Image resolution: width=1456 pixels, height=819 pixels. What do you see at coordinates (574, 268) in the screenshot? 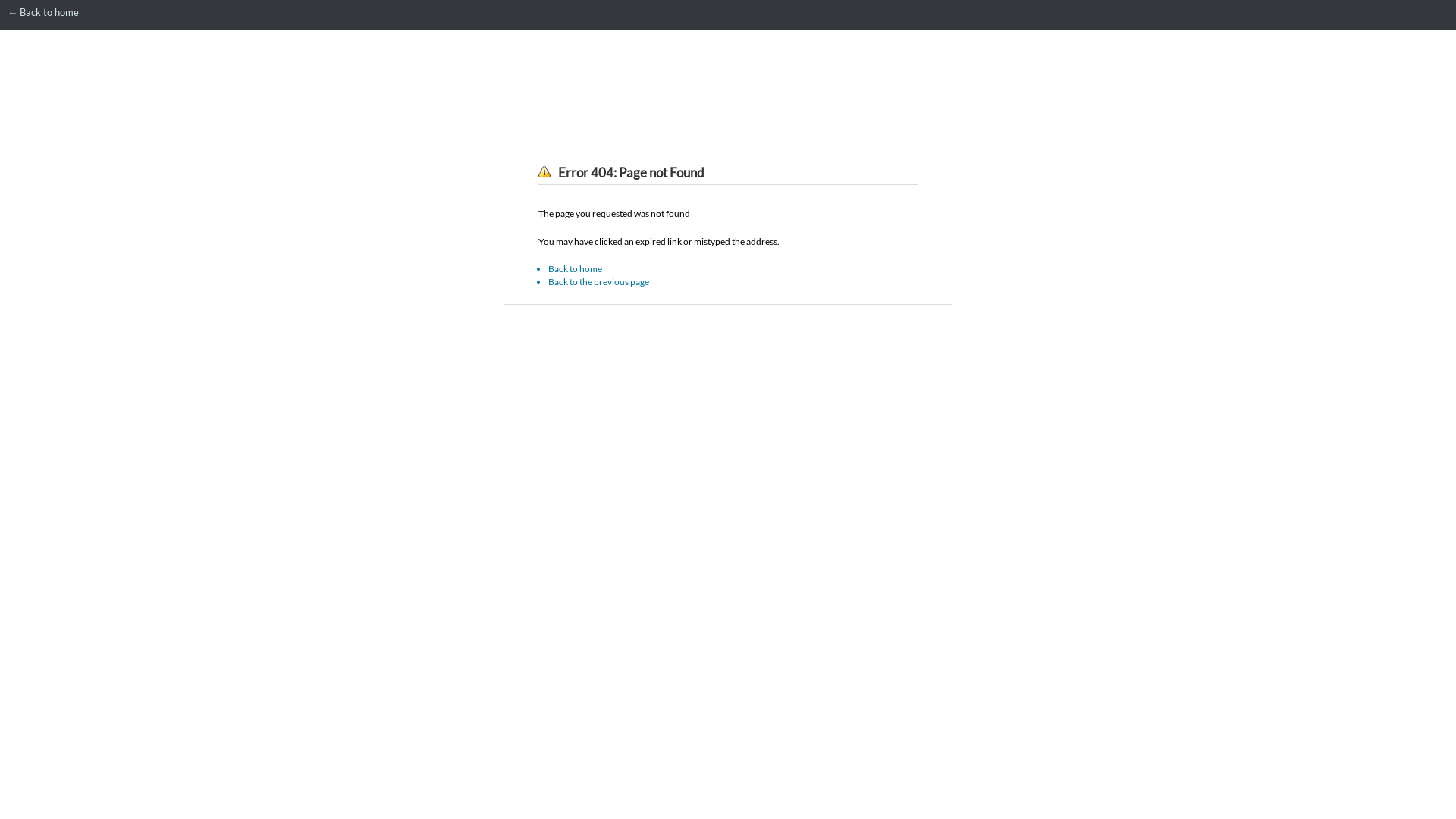
I see `'Back to home'` at bounding box center [574, 268].